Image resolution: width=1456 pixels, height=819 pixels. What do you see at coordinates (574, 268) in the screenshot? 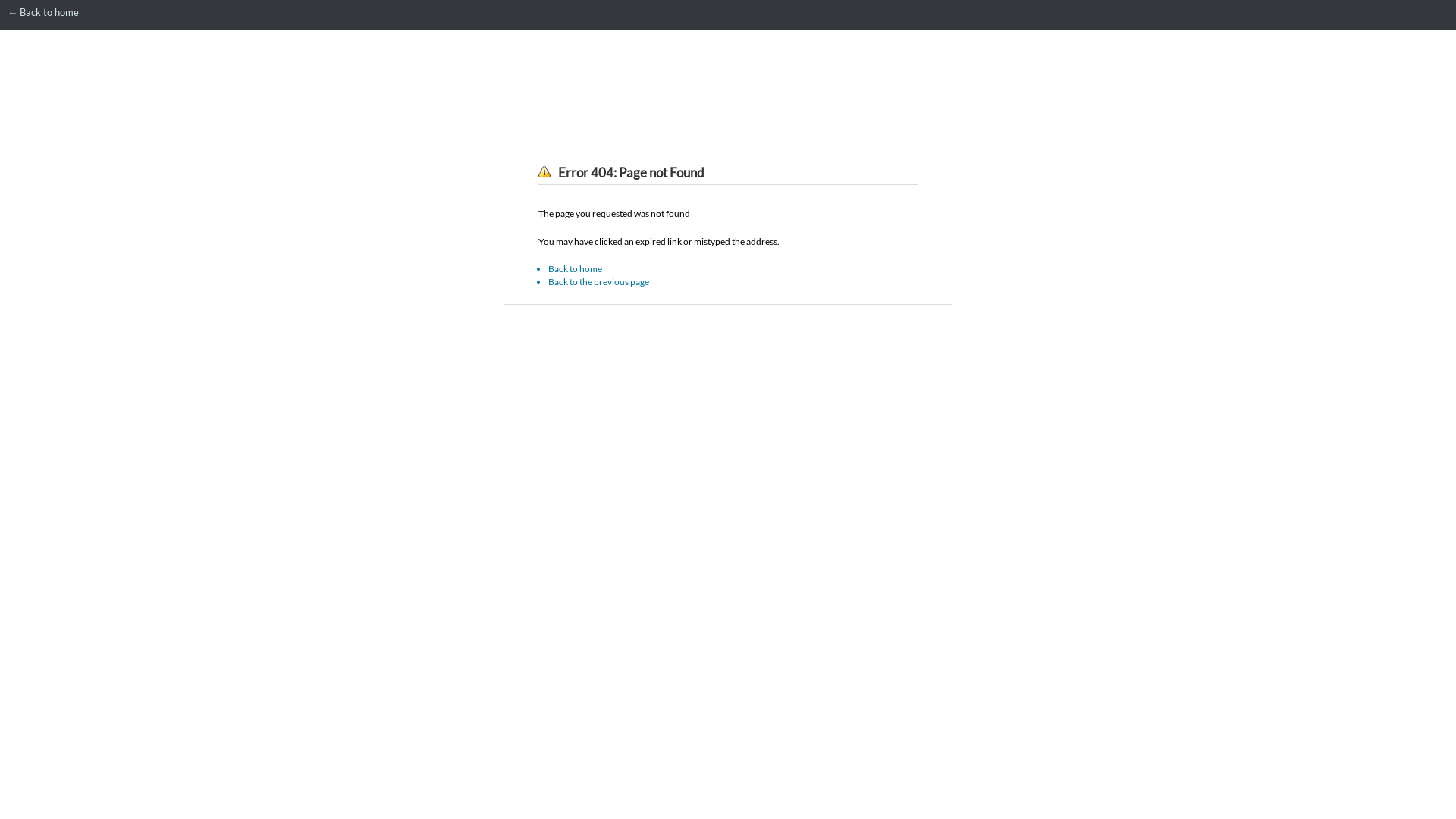
I see `'Back to home'` at bounding box center [574, 268].